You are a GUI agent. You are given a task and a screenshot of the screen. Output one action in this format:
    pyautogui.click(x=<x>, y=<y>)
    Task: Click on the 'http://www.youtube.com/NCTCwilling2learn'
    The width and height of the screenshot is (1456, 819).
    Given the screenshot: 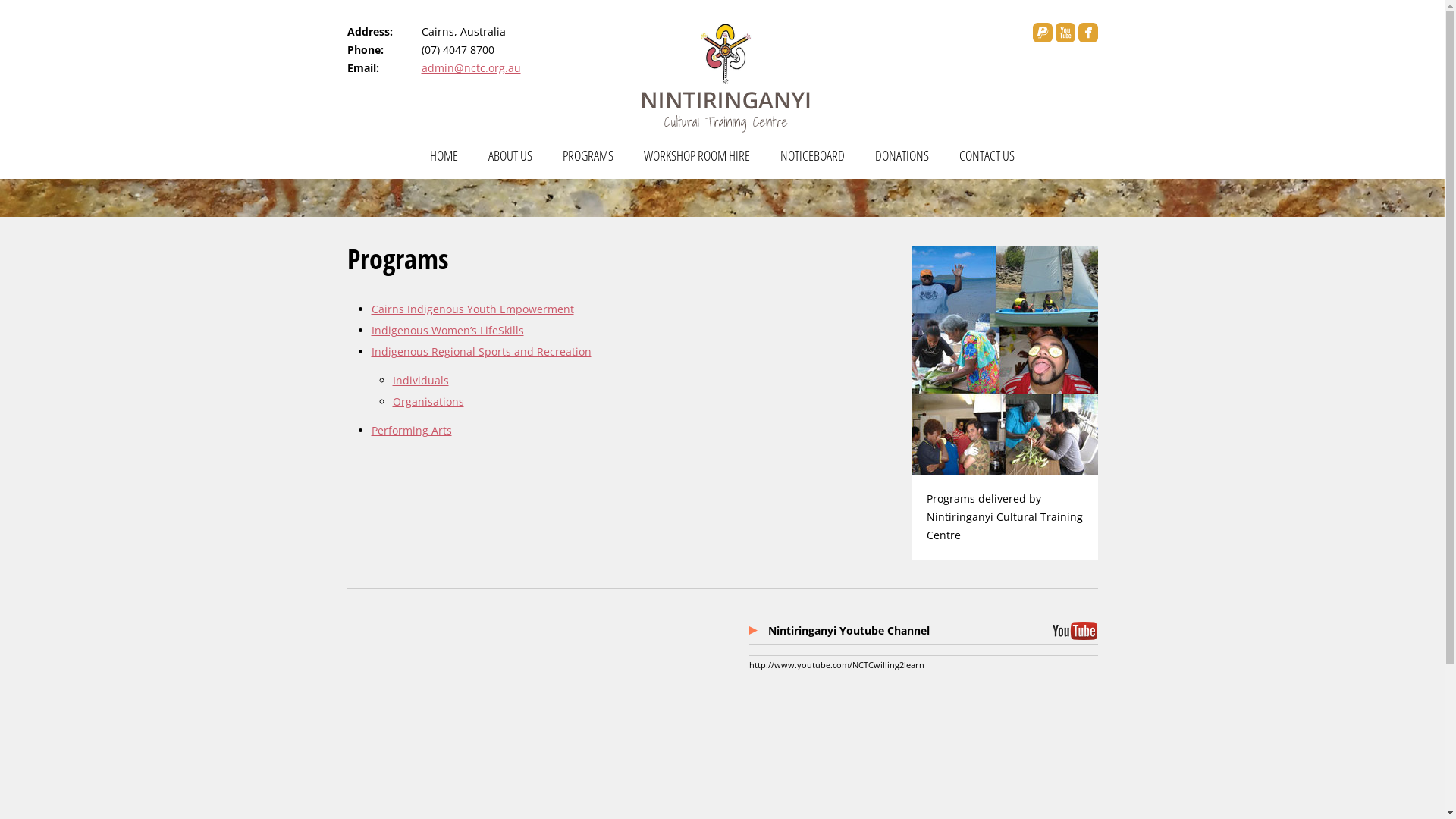 What is the action you would take?
    pyautogui.click(x=836, y=664)
    